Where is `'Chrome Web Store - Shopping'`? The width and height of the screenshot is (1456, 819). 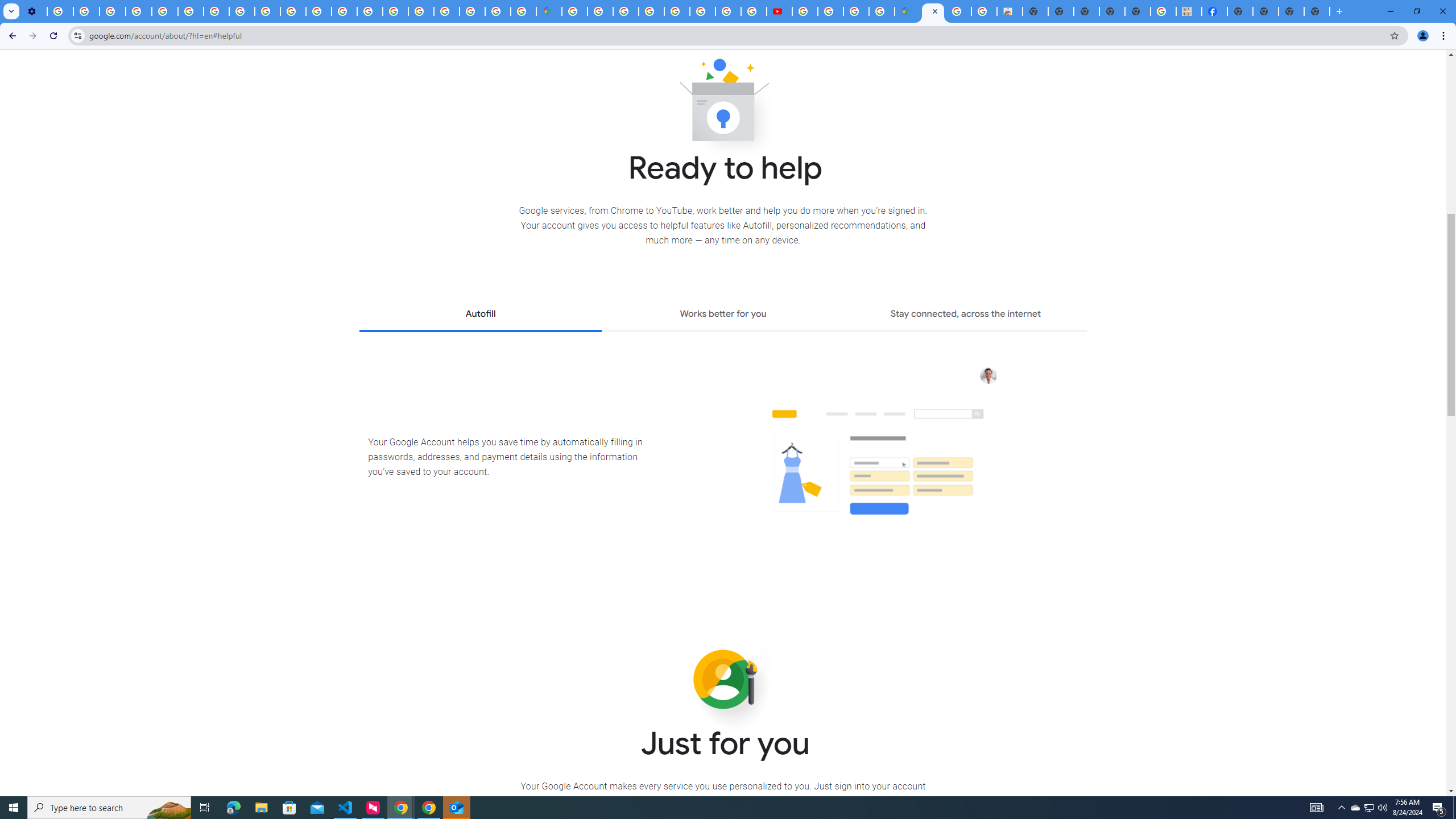
'Chrome Web Store - Shopping' is located at coordinates (1009, 11).